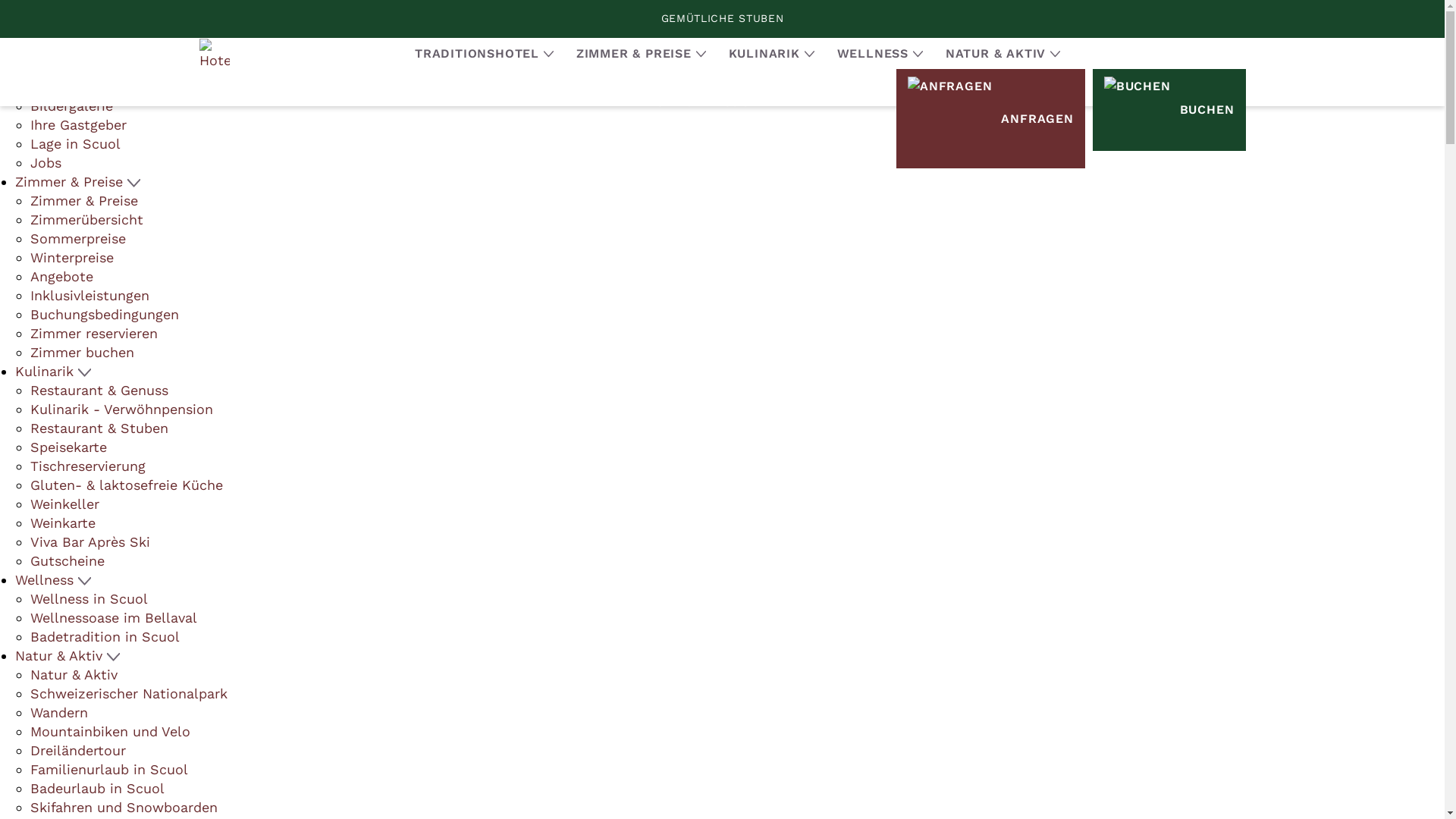 The image size is (1456, 819). What do you see at coordinates (30, 332) in the screenshot?
I see `'Zimmer reservieren'` at bounding box center [30, 332].